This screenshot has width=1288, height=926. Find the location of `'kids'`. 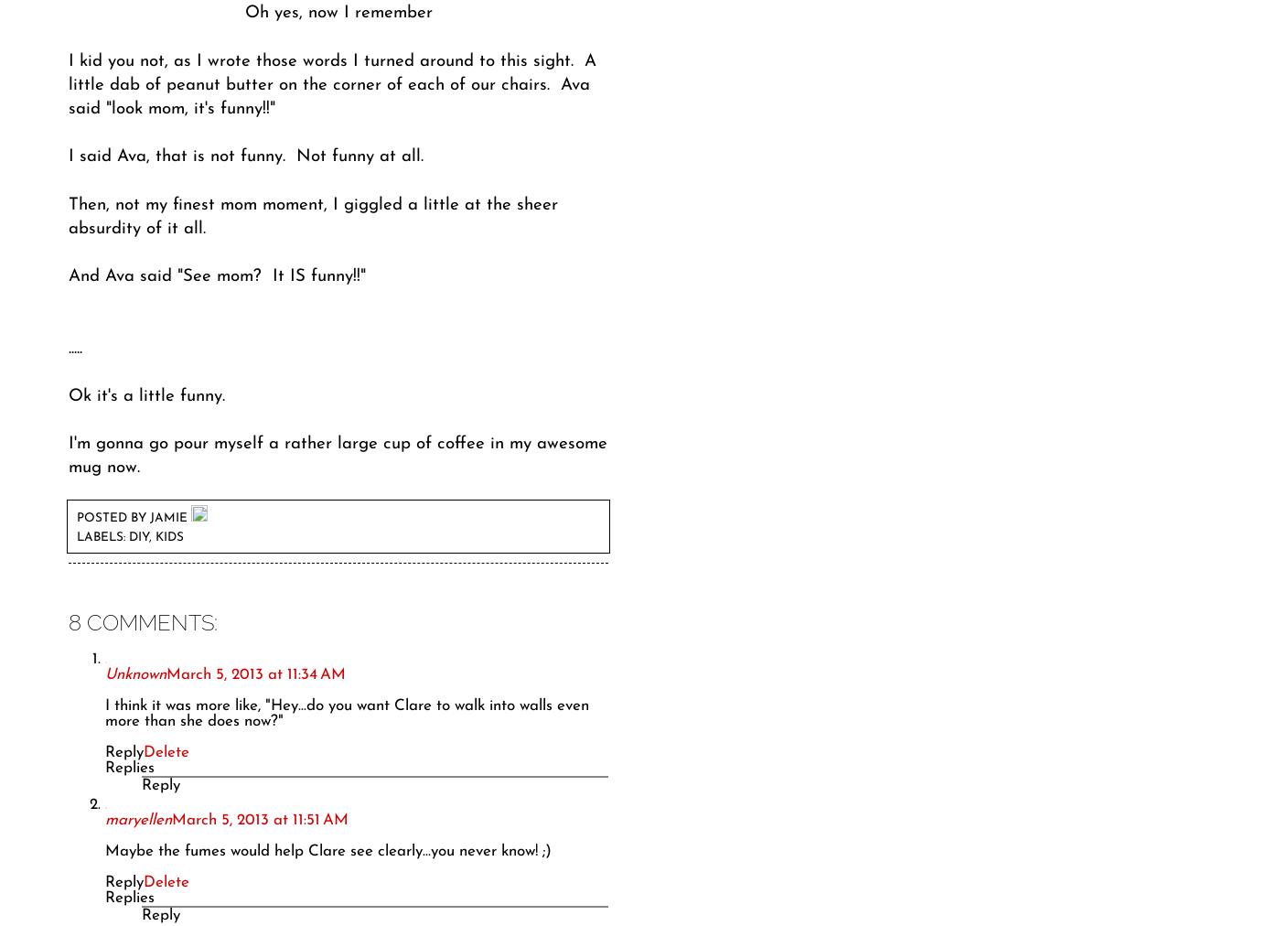

'kids' is located at coordinates (168, 536).